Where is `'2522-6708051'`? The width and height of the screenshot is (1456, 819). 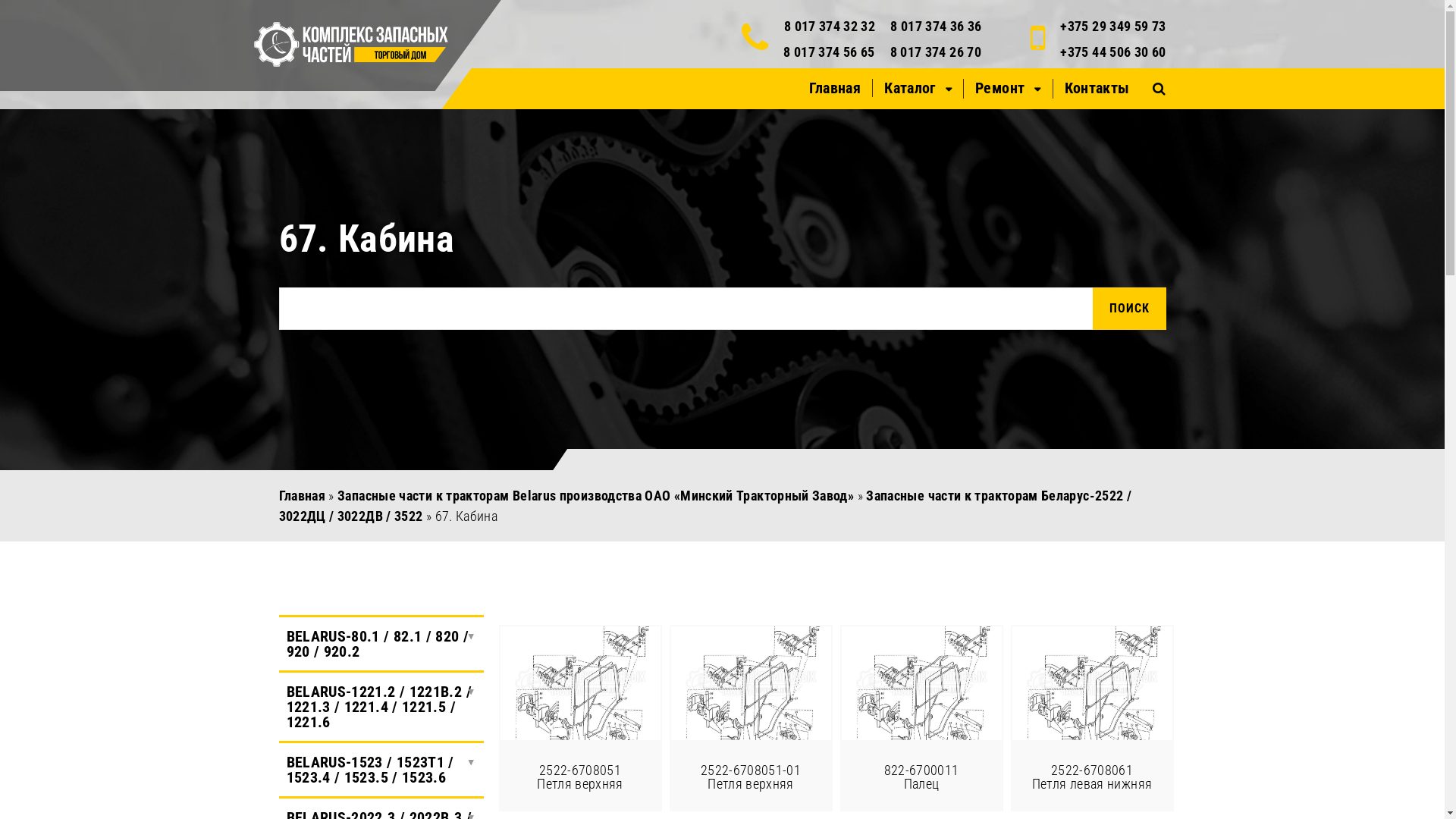
'2522-6708051' is located at coordinates (579, 683).